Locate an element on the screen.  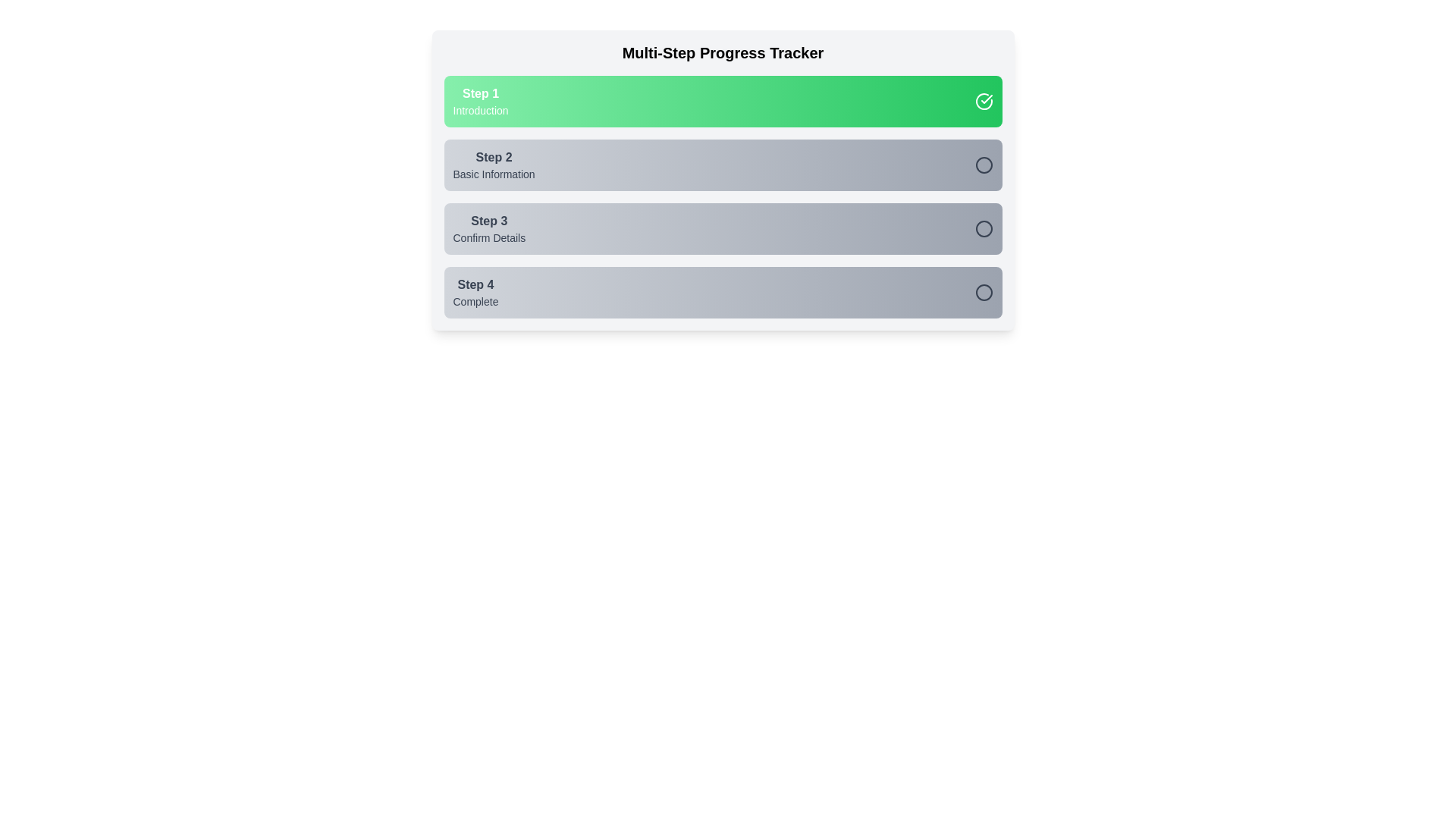
the 'Step 1' text label, which is displayed in bold font at the top of the green horizontal bar in the multi-step progress tracker interface is located at coordinates (480, 93).